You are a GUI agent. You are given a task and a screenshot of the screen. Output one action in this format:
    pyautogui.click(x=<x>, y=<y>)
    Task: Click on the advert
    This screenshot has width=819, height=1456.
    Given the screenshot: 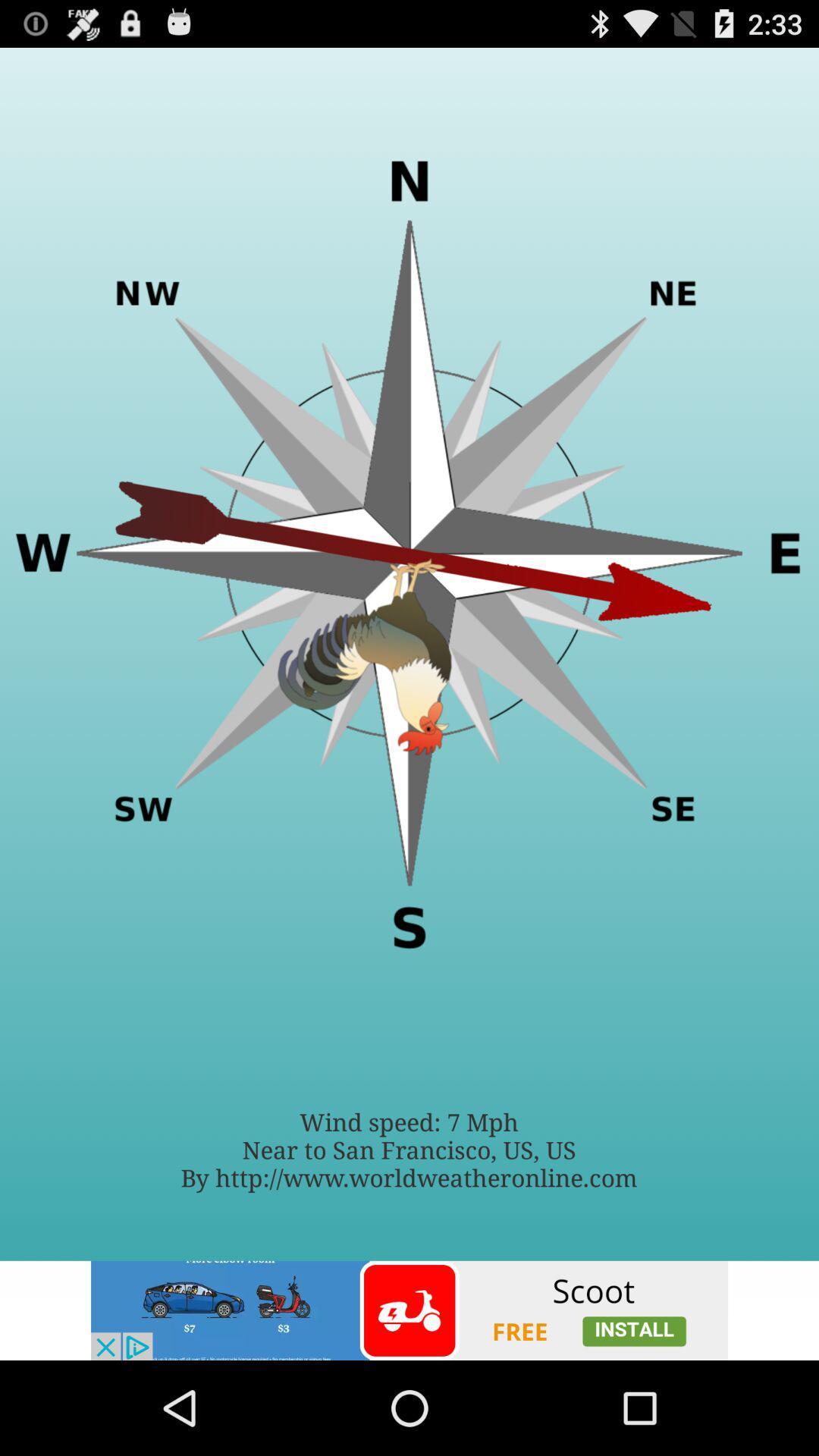 What is the action you would take?
    pyautogui.click(x=409, y=1310)
    